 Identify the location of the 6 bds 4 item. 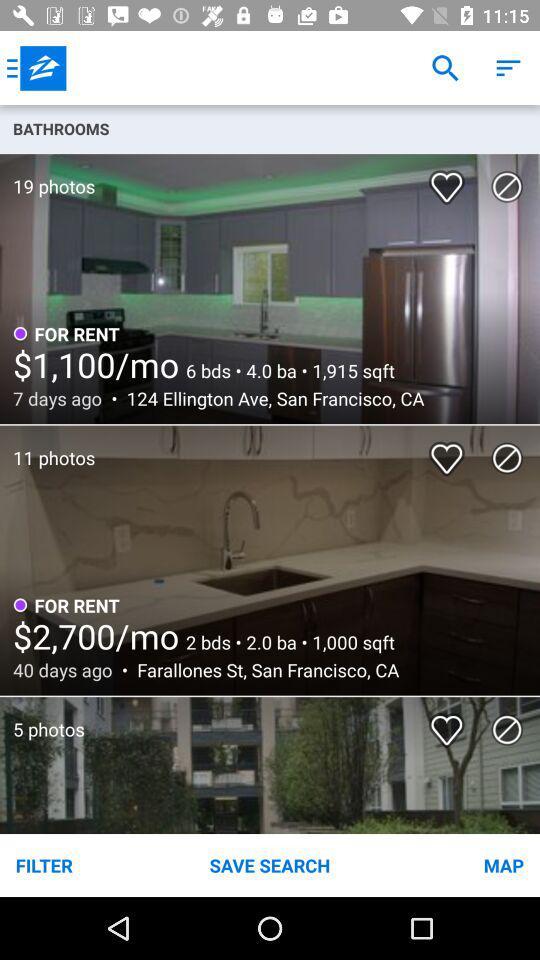
(286, 369).